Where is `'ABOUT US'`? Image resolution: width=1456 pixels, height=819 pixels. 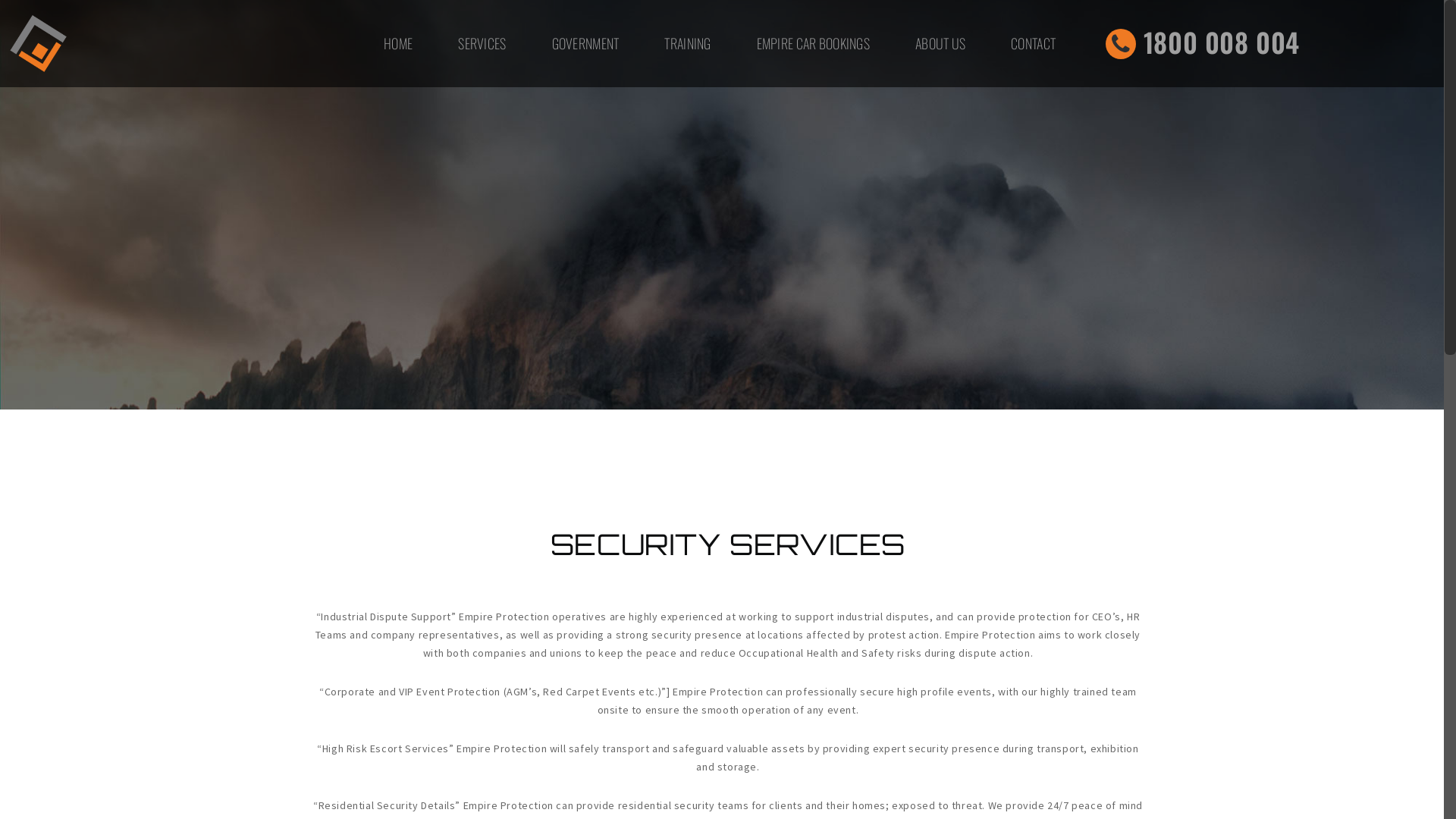
'ABOUT US' is located at coordinates (939, 42).